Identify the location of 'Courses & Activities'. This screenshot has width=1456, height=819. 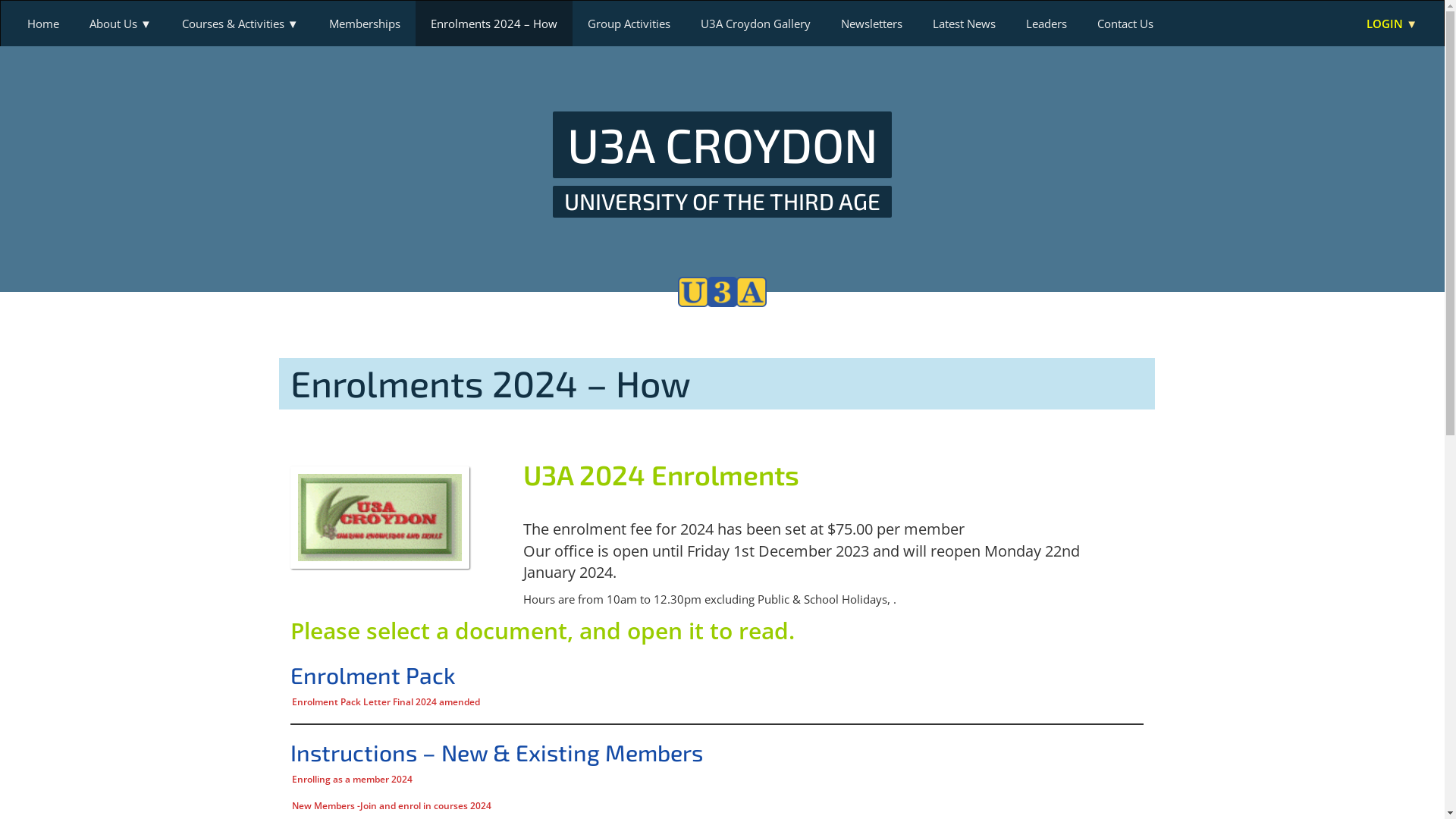
(239, 23).